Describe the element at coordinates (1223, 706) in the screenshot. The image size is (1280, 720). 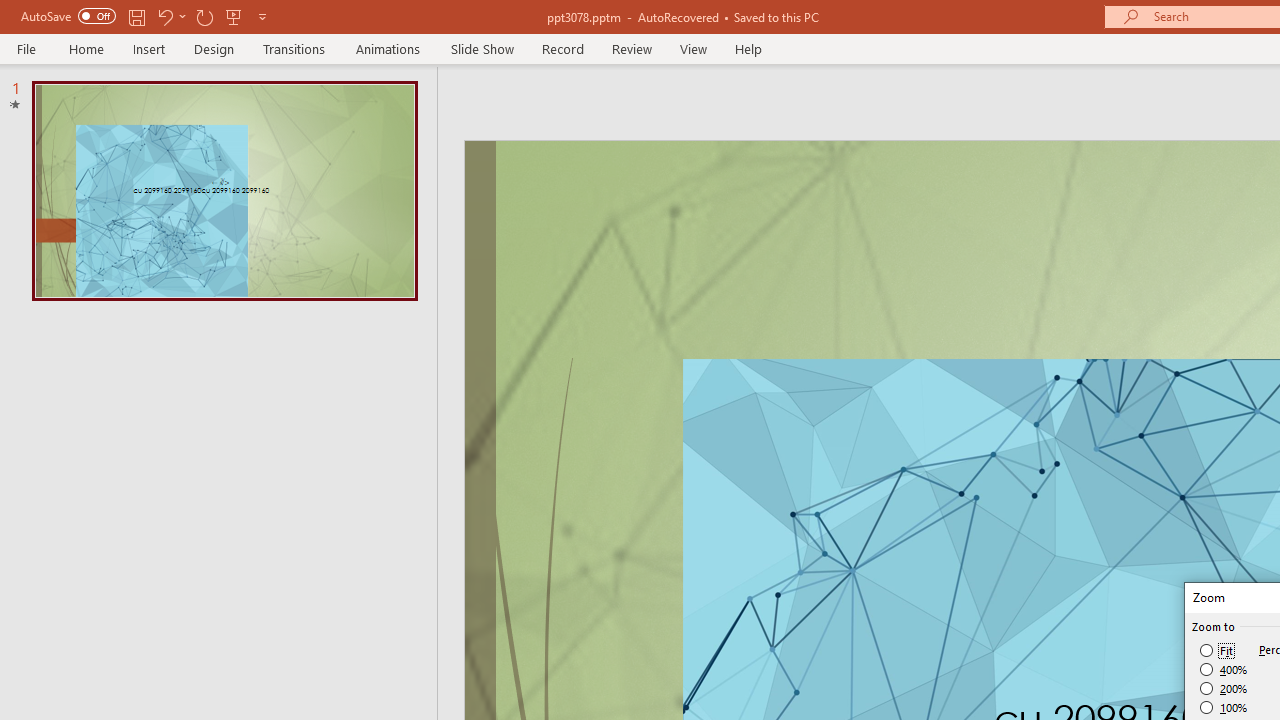
I see `'100%'` at that location.